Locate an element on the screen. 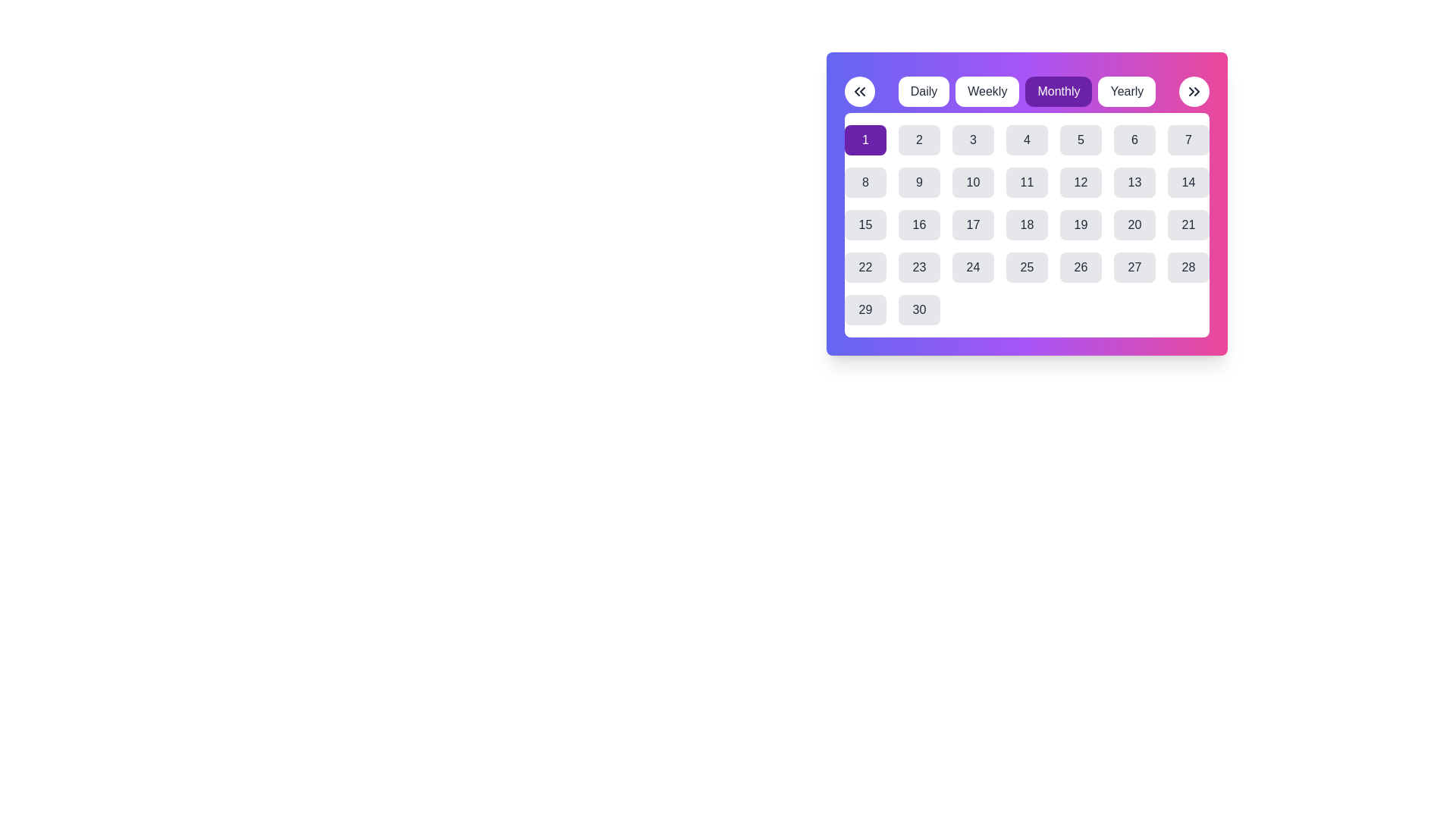 This screenshot has width=1456, height=819. the 'Weekly' button, which is a rectangular button with a white background and grey text, to switch to the weekly view is located at coordinates (987, 91).